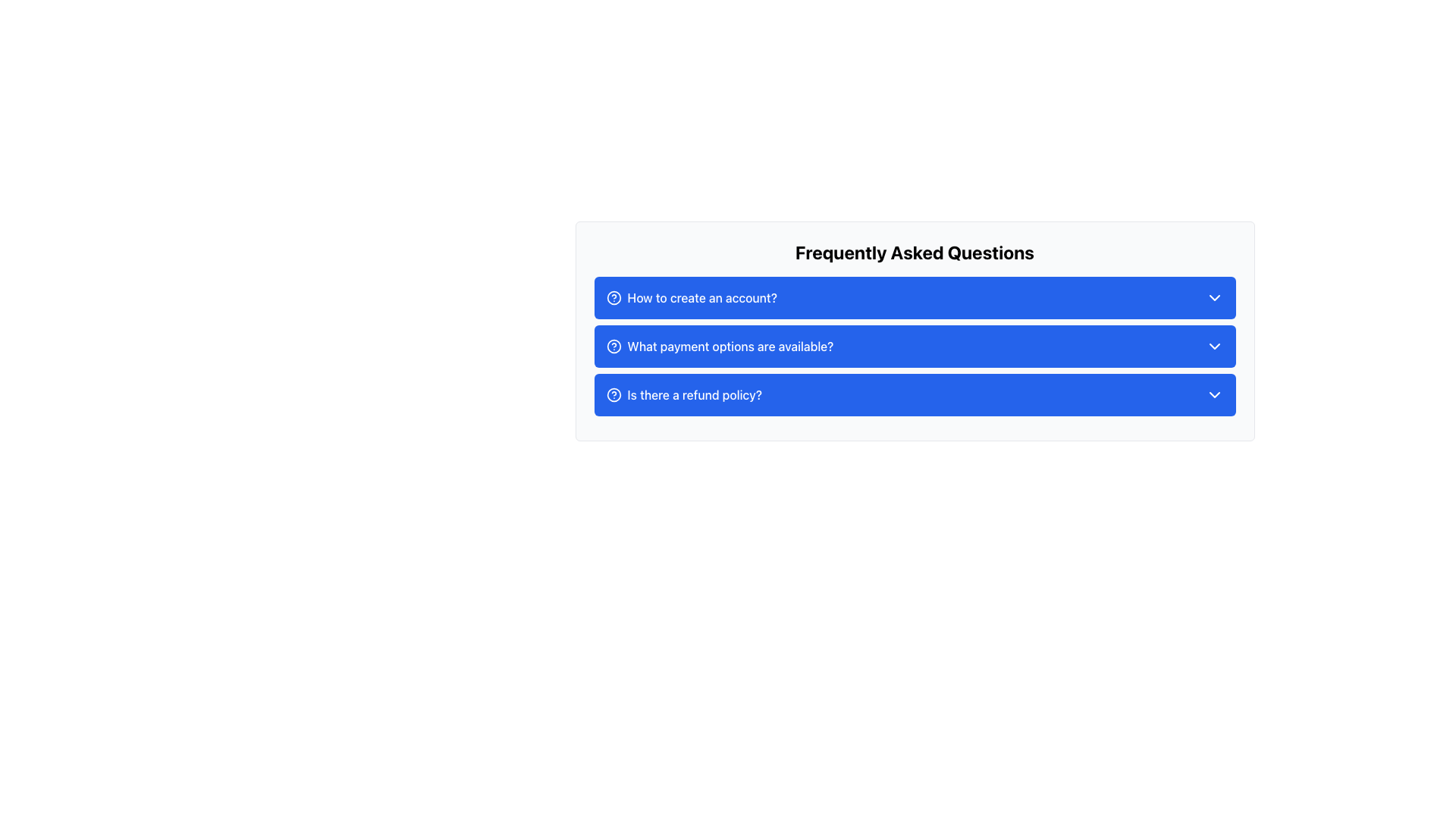 This screenshot has height=819, width=1456. Describe the element at coordinates (730, 346) in the screenshot. I see `the text label displaying the question 'What payment options are available?'` at that location.